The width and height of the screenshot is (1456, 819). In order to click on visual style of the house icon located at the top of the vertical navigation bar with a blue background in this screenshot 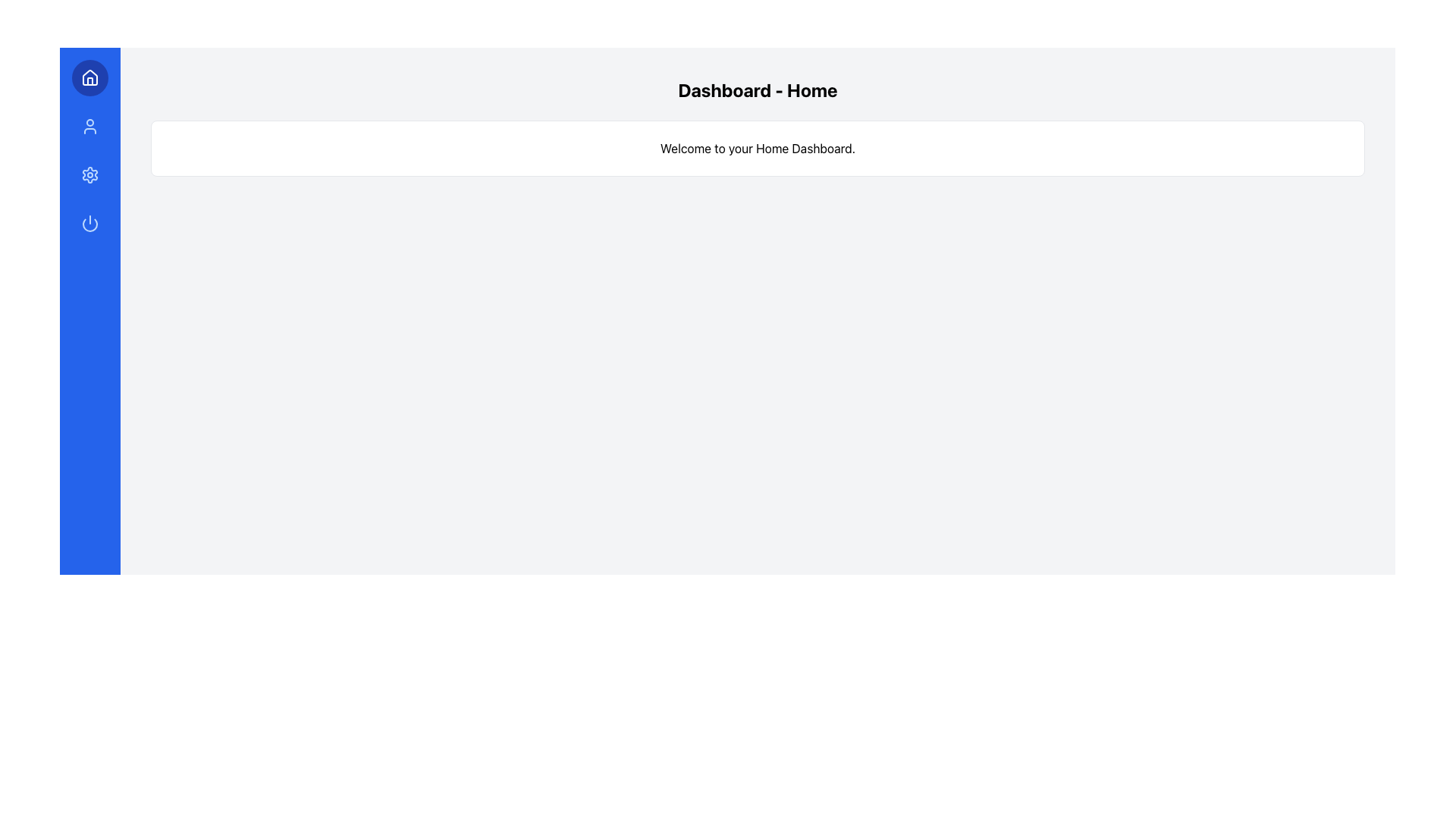, I will do `click(89, 77)`.